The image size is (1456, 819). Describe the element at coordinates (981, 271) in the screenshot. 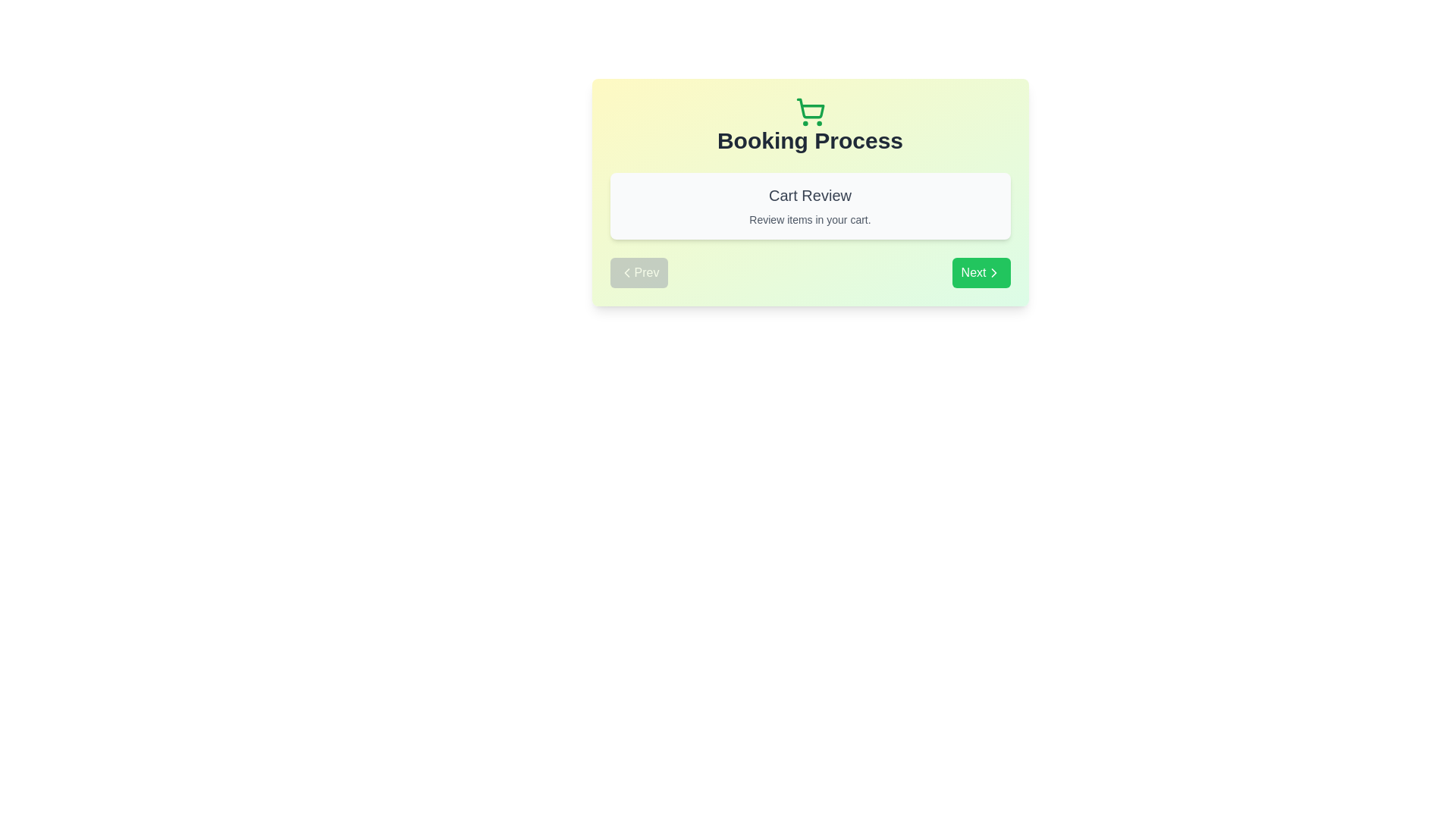

I see `the 'Next' button, which is a rectangular button with rounded corners, green background, and white text` at that location.